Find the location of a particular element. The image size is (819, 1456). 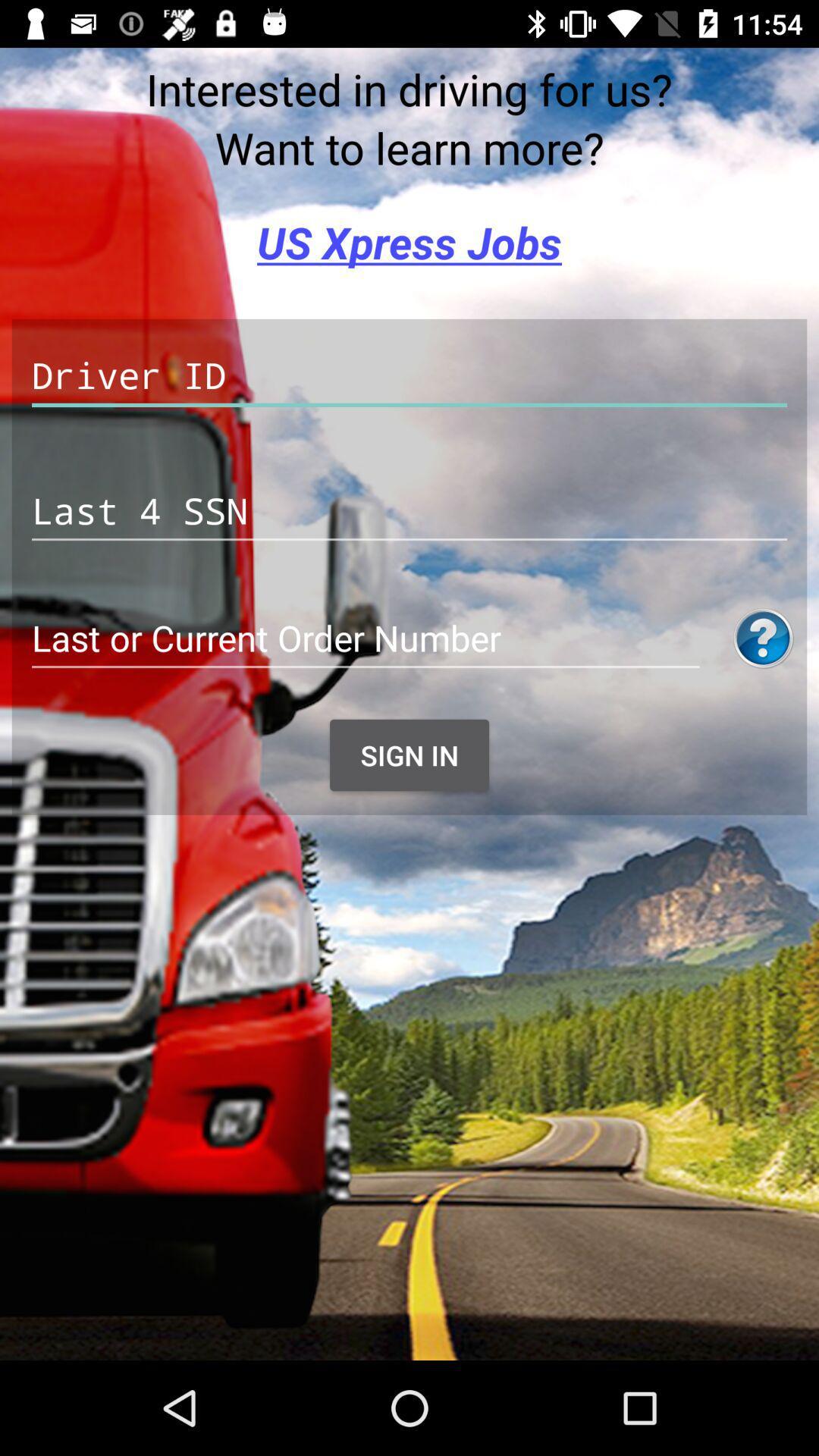

type ssn last four digit is located at coordinates (409, 511).